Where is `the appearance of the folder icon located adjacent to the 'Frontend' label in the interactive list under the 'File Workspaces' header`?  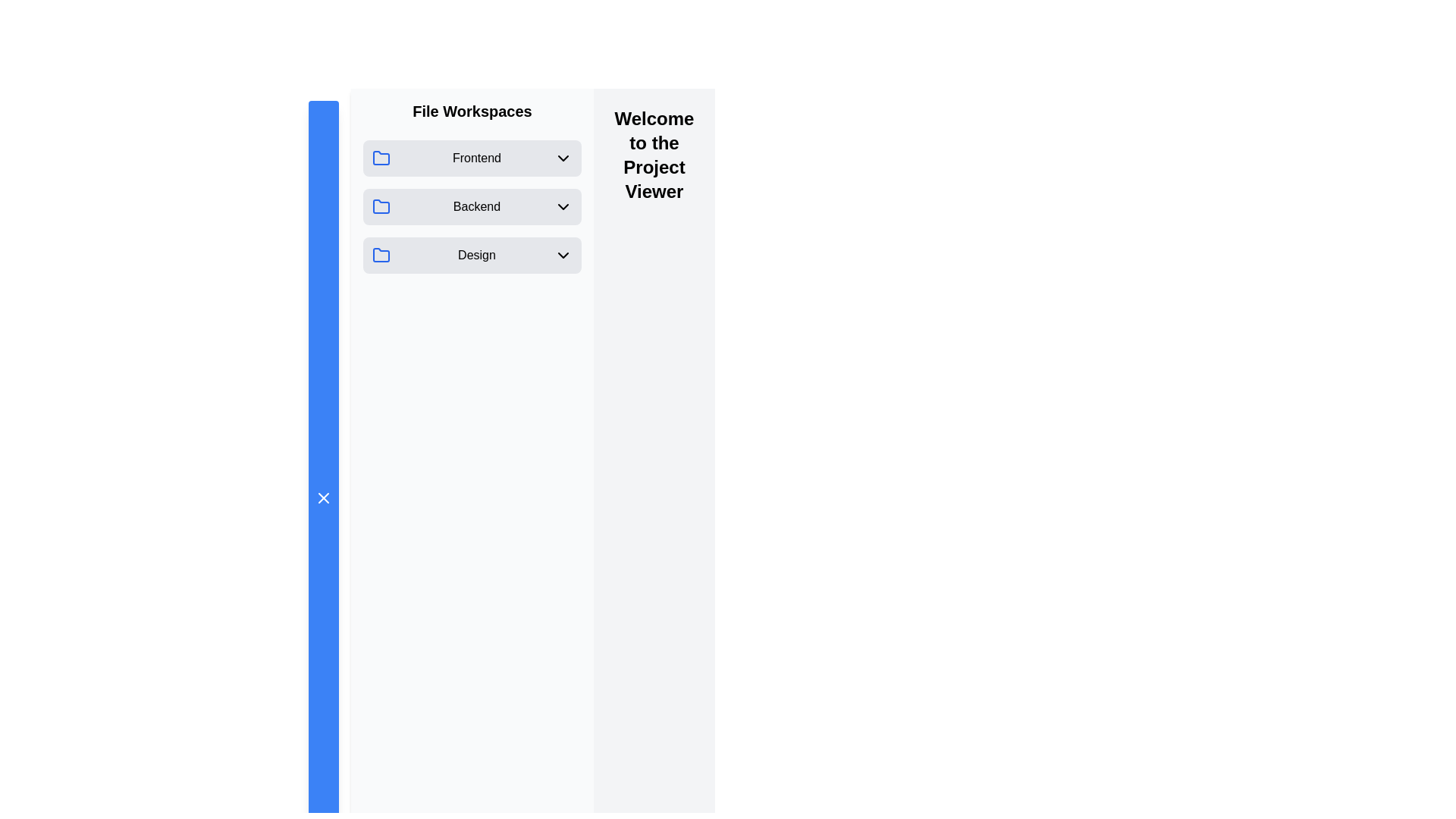
the appearance of the folder icon located adjacent to the 'Frontend' label in the interactive list under the 'File Workspaces' header is located at coordinates (381, 158).